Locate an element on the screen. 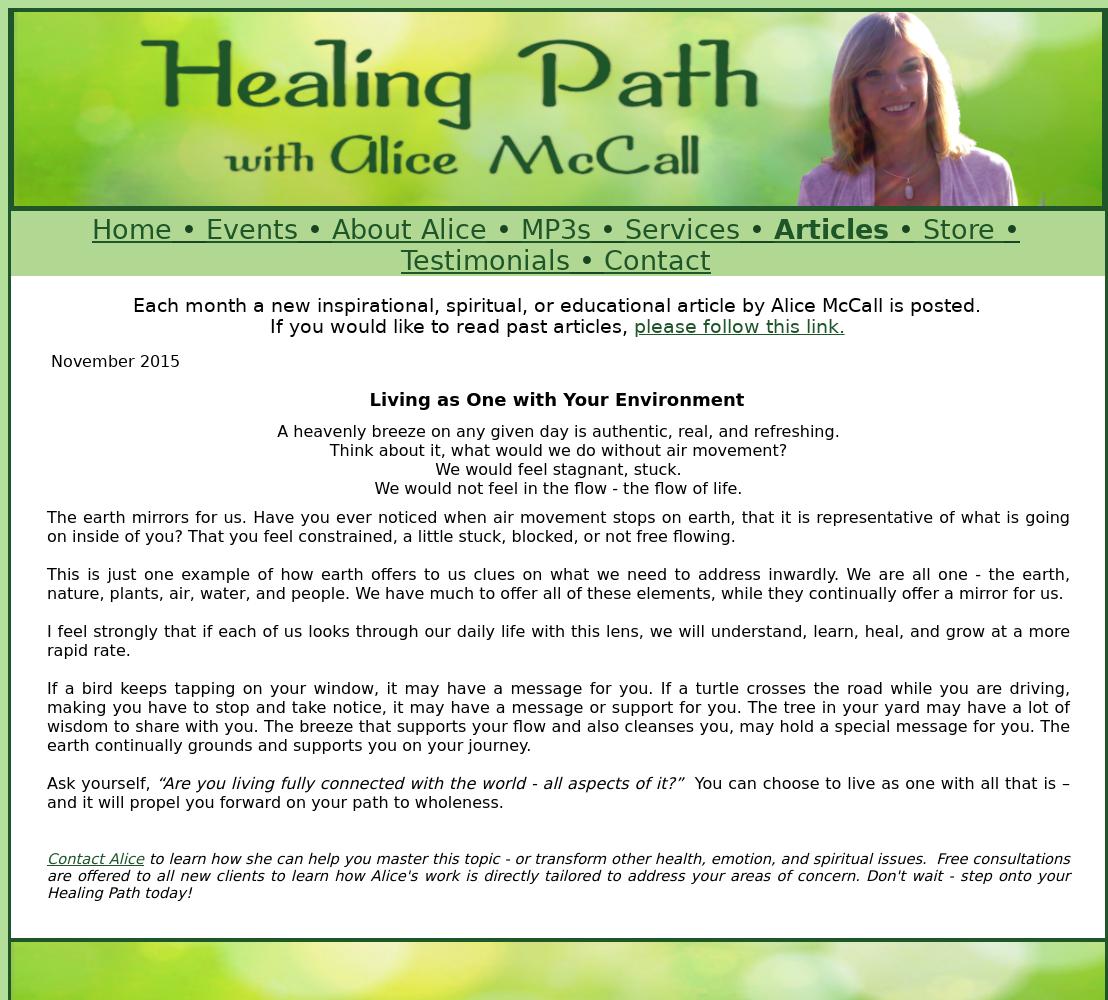  'Services' is located at coordinates (682, 228).